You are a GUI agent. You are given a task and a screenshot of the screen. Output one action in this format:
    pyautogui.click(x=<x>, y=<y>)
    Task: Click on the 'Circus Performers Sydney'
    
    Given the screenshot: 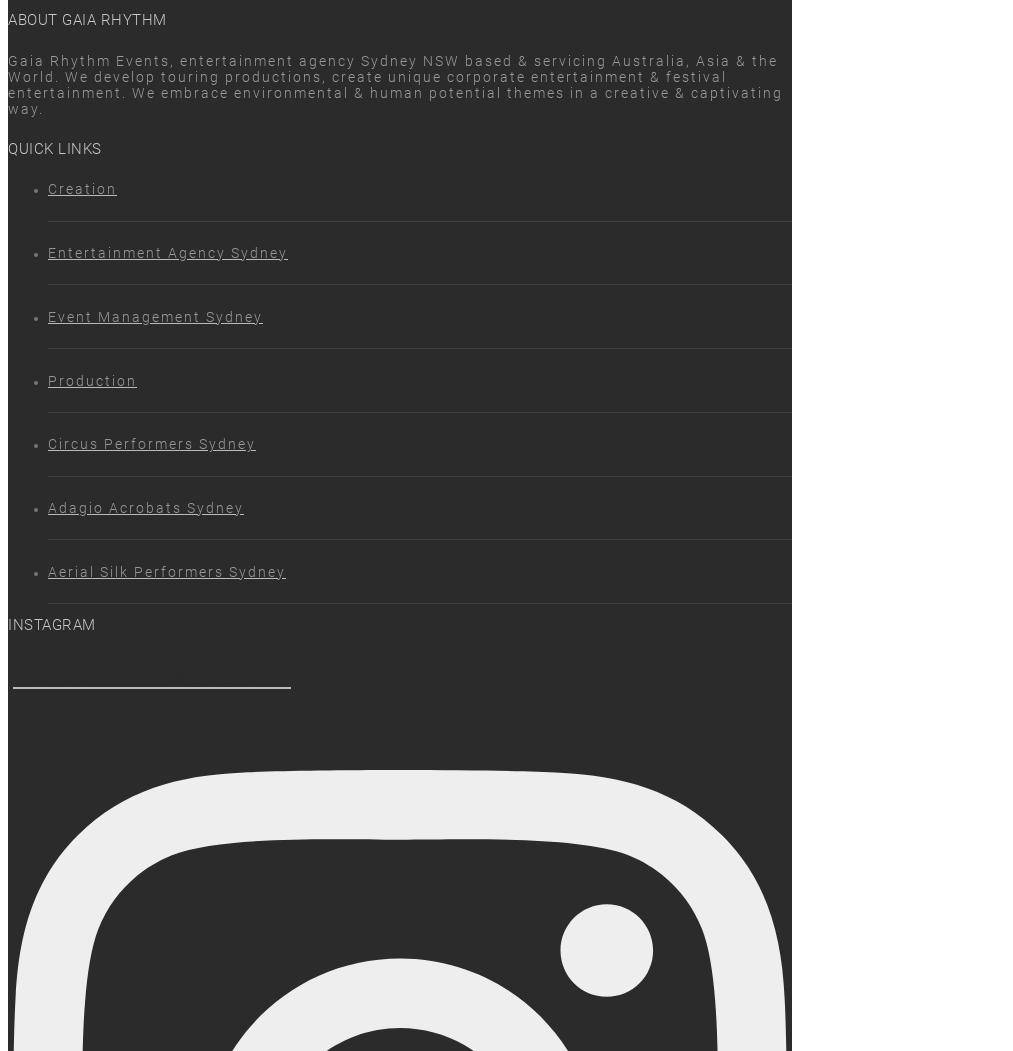 What is the action you would take?
    pyautogui.click(x=47, y=444)
    